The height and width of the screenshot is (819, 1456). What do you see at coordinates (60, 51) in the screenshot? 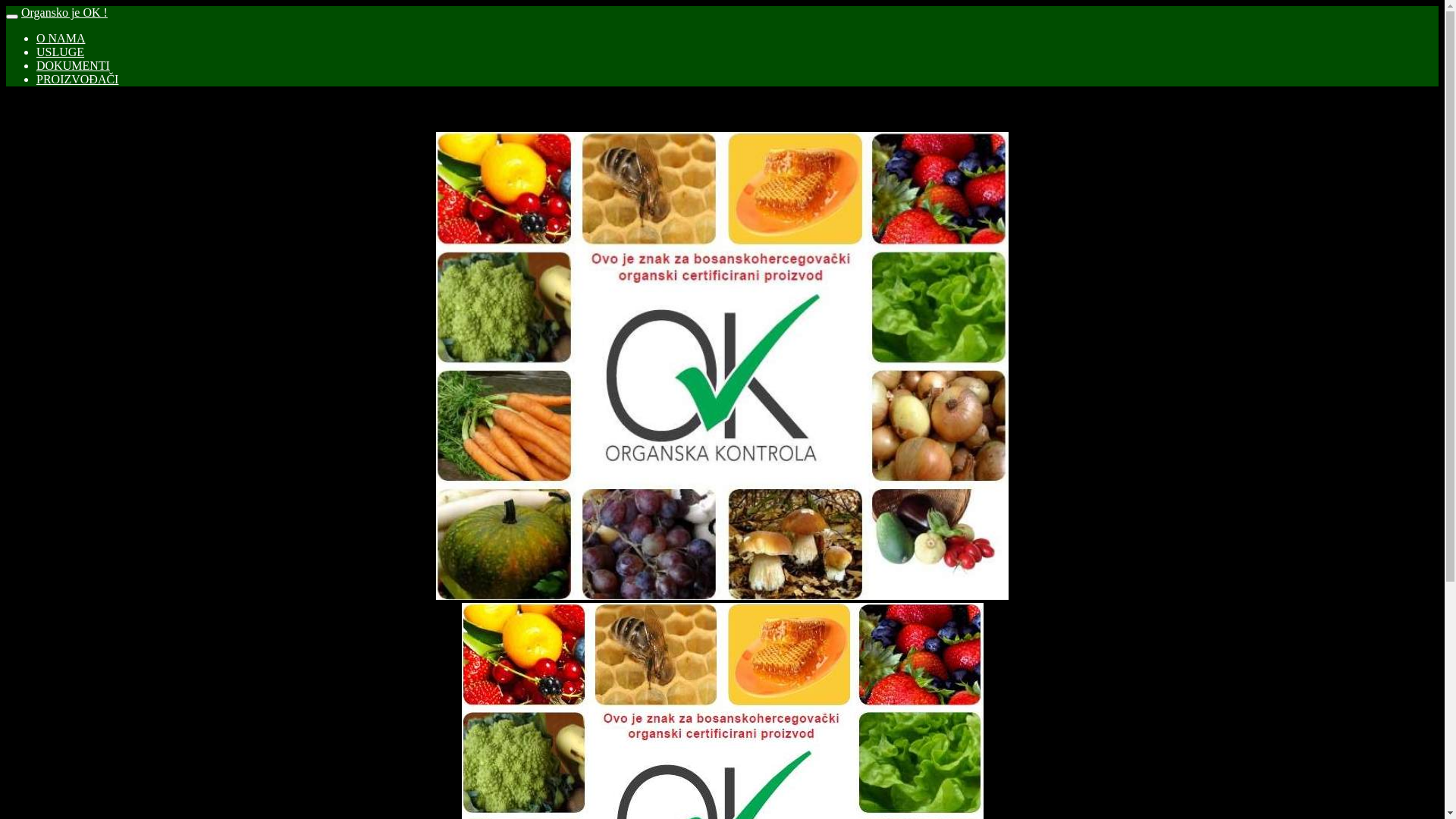
I see `'USLUGE'` at bounding box center [60, 51].